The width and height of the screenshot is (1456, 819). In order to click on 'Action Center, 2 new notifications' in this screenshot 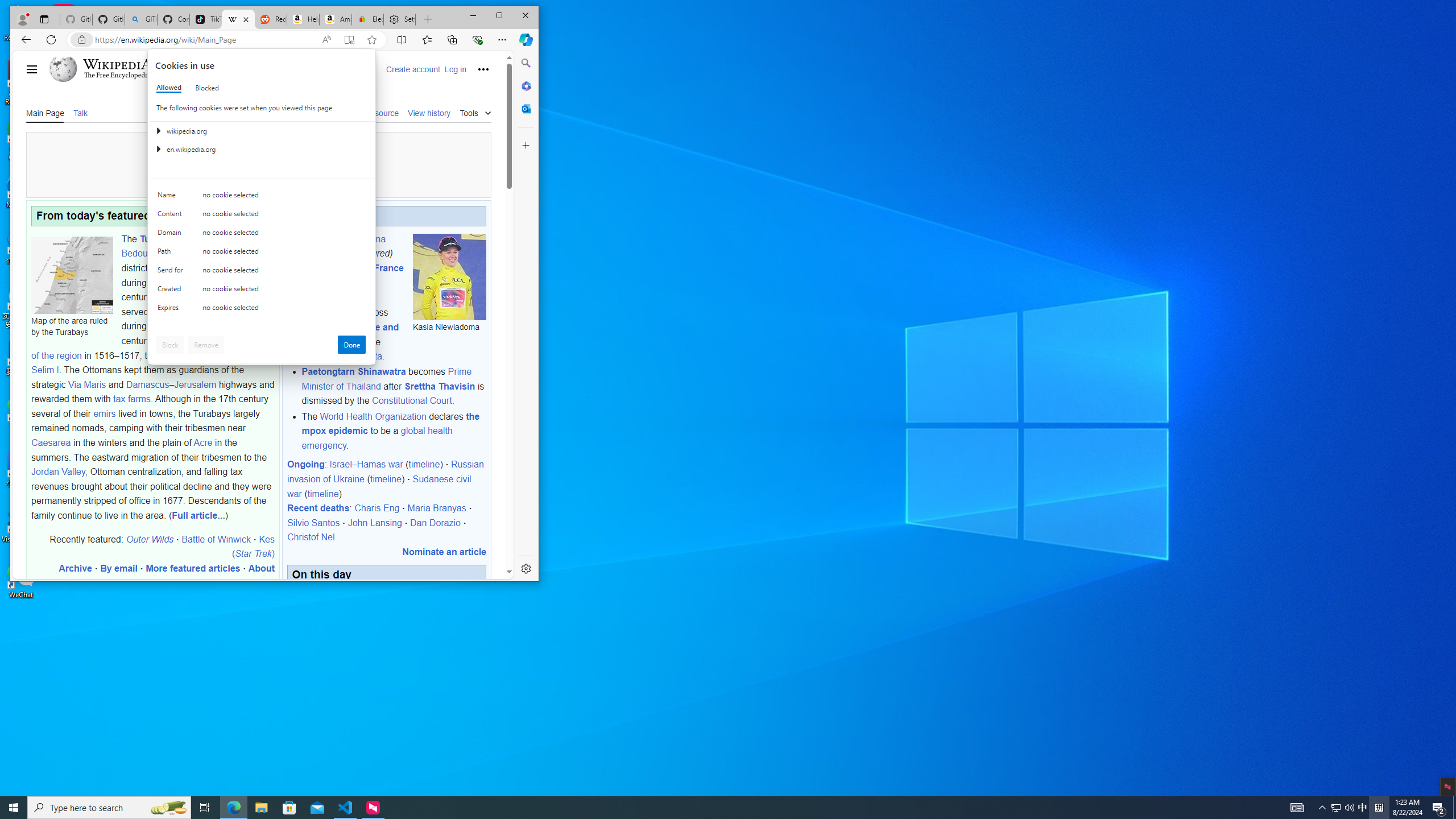, I will do `click(1439, 806)`.